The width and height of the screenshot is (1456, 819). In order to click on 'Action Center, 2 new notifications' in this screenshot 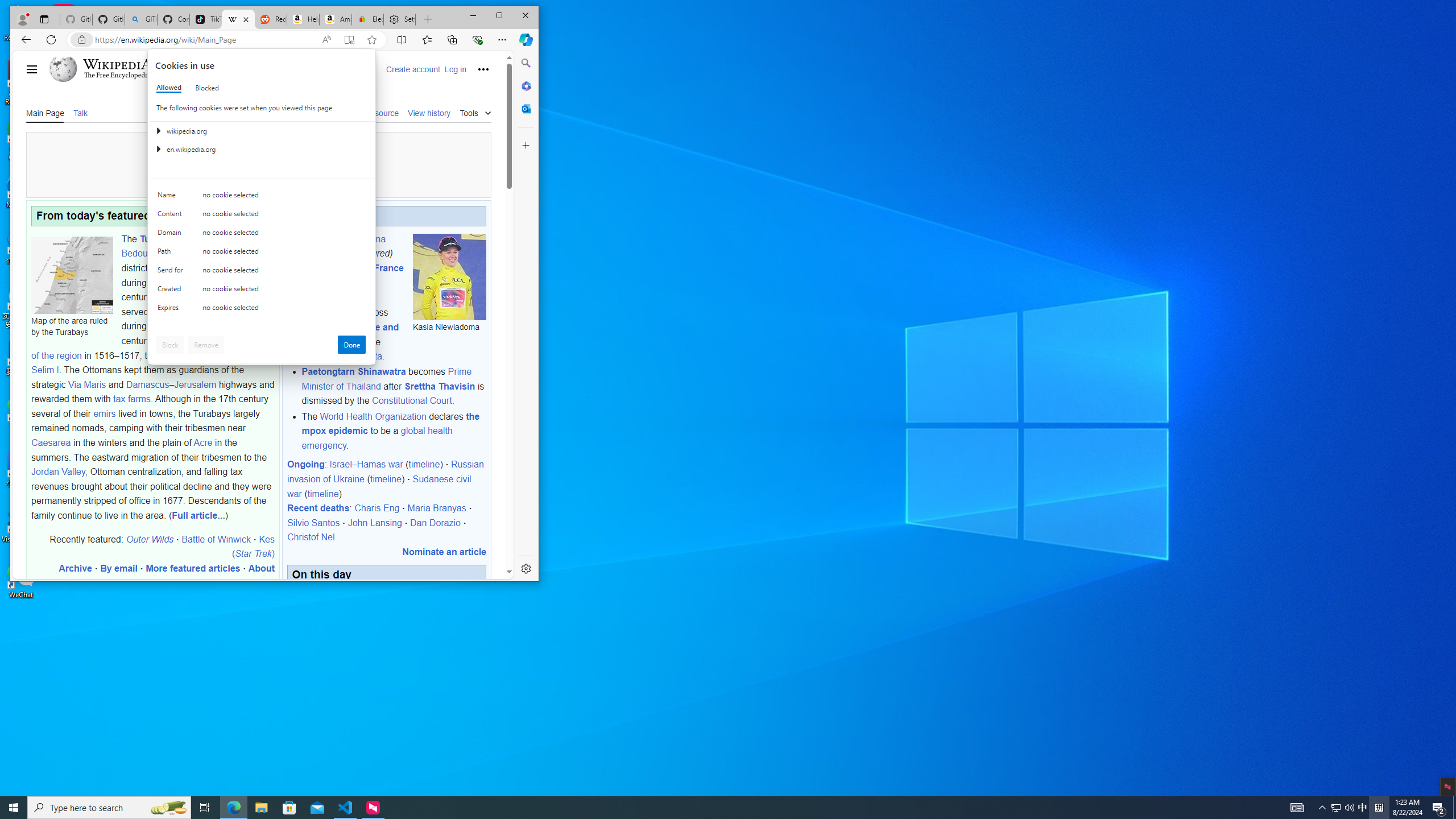, I will do `click(1439, 806)`.